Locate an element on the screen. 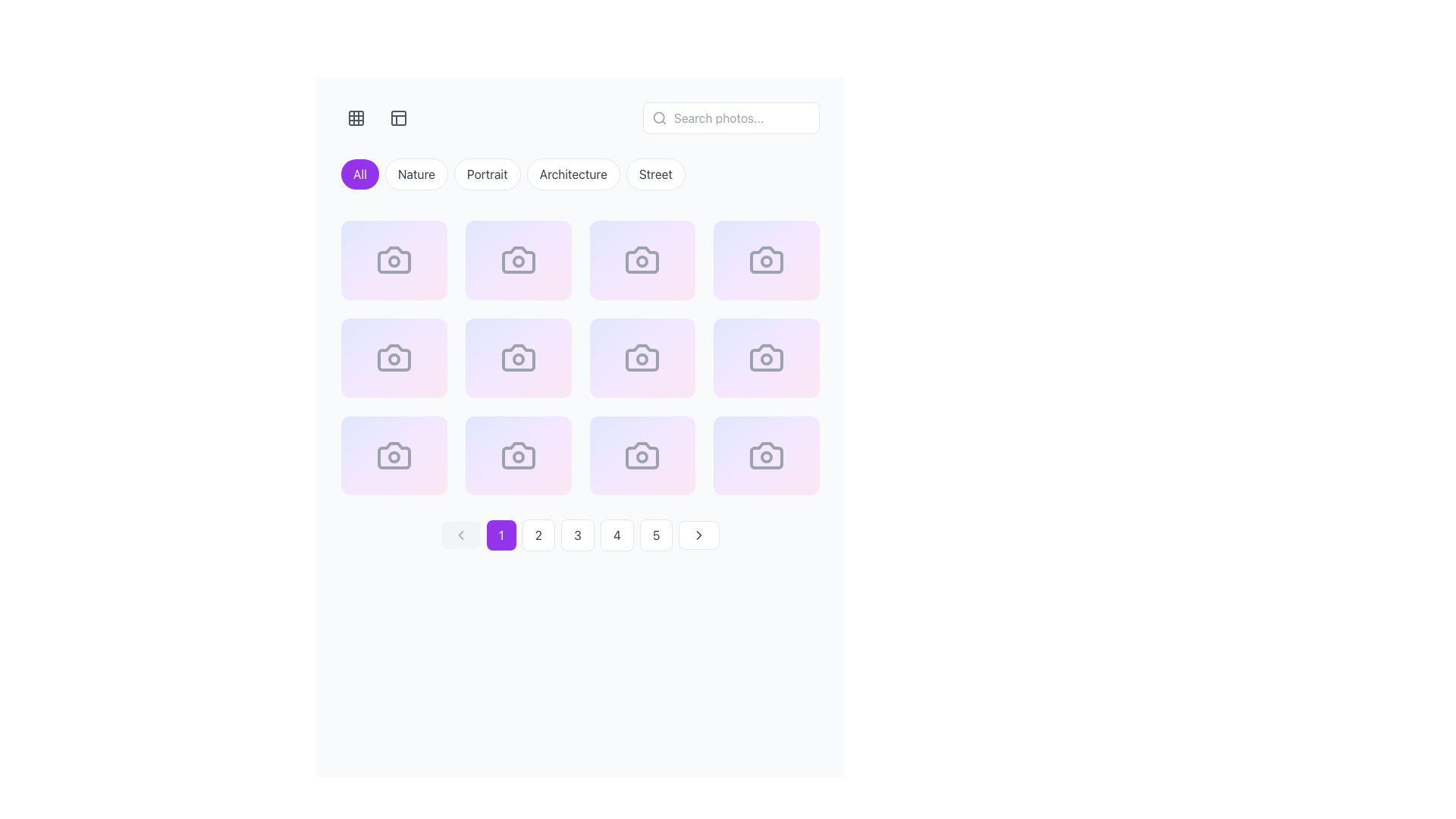  the second button in the pagination controls to observe the hover effect is located at coordinates (538, 535).